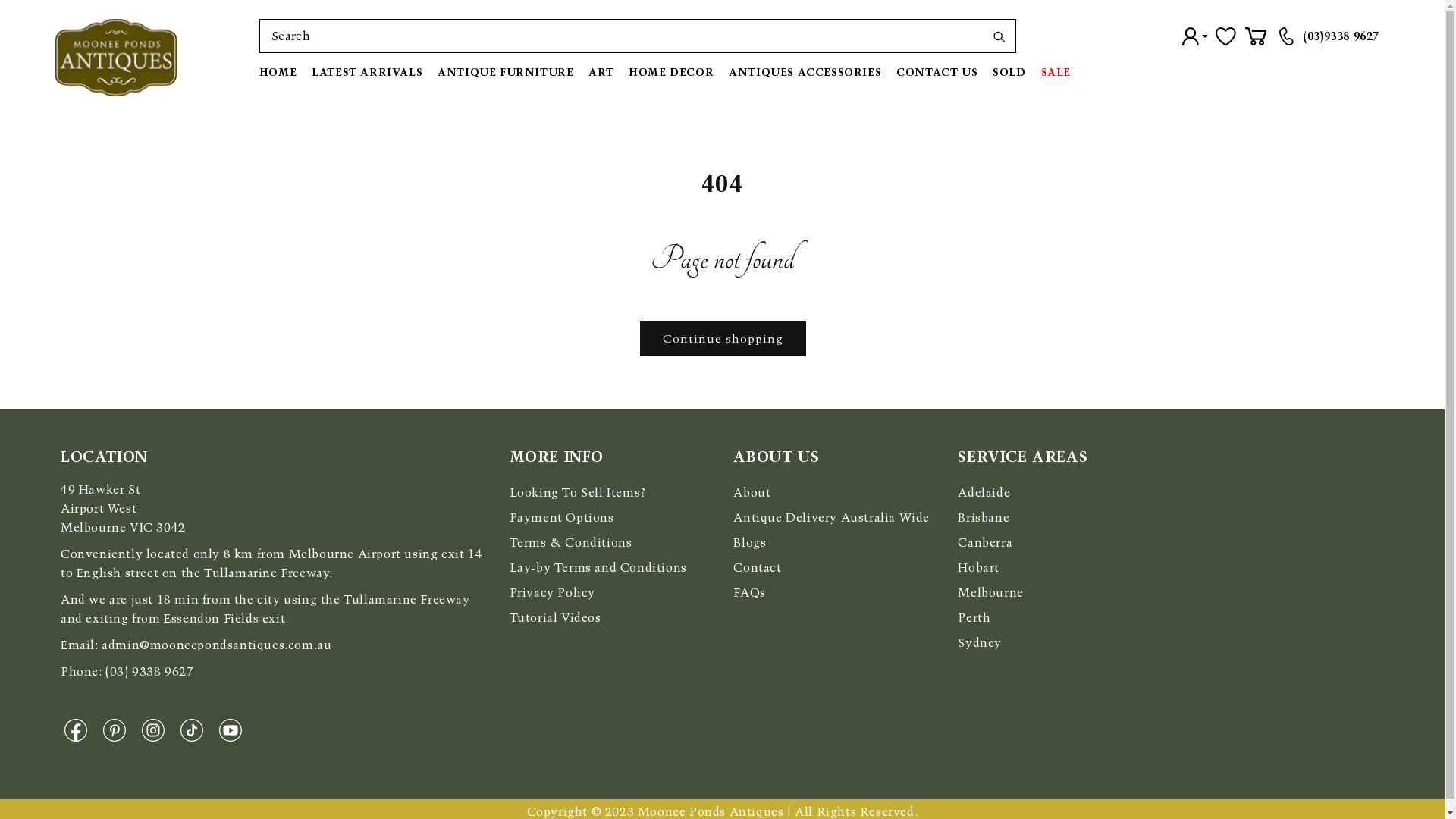 The width and height of the screenshot is (1456, 819). What do you see at coordinates (749, 541) in the screenshot?
I see `'Blogs'` at bounding box center [749, 541].